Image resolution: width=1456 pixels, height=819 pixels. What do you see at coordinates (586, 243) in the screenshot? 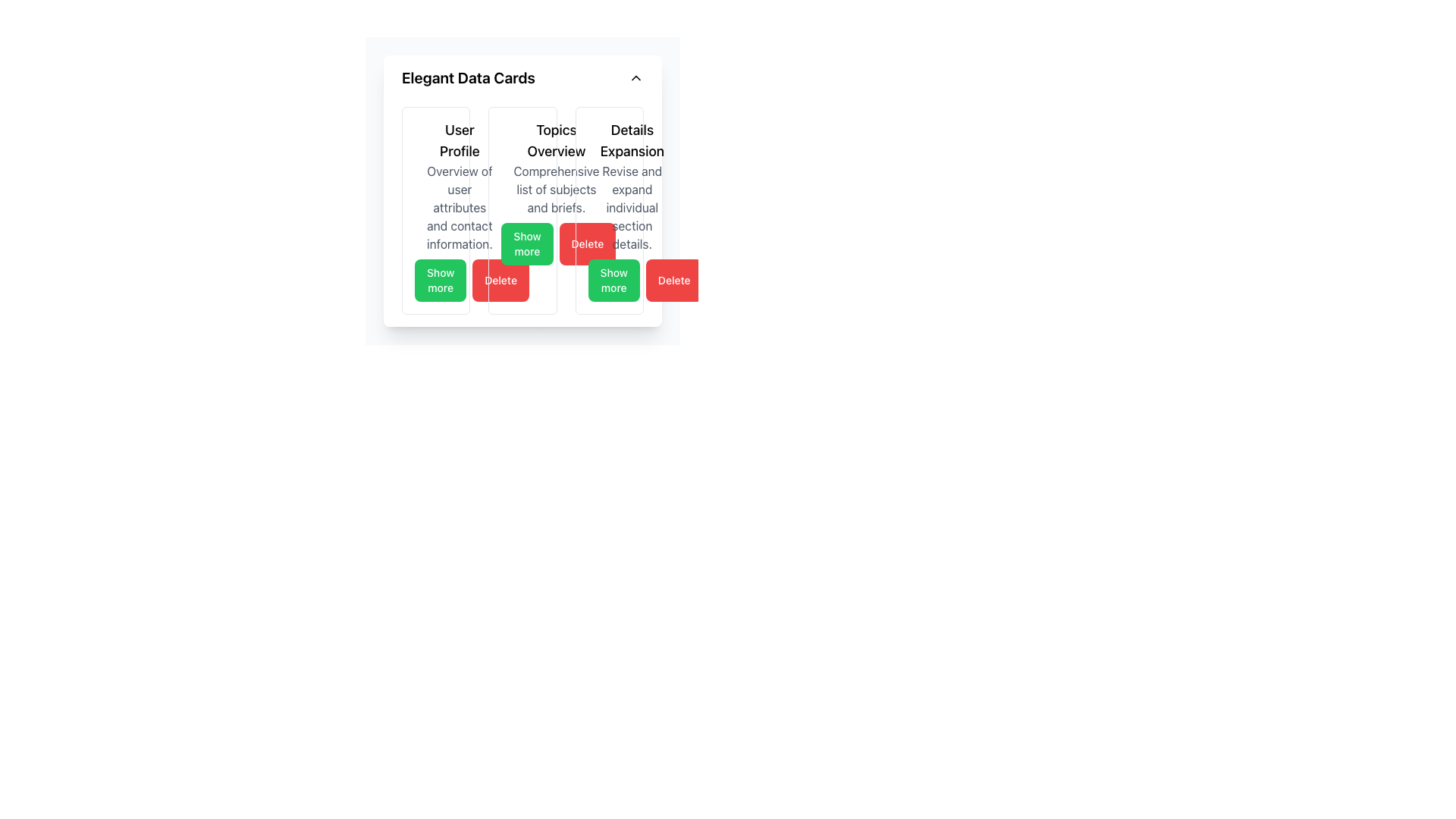
I see `the delete button located below the 'Topics Overview' section to observe the color change` at bounding box center [586, 243].